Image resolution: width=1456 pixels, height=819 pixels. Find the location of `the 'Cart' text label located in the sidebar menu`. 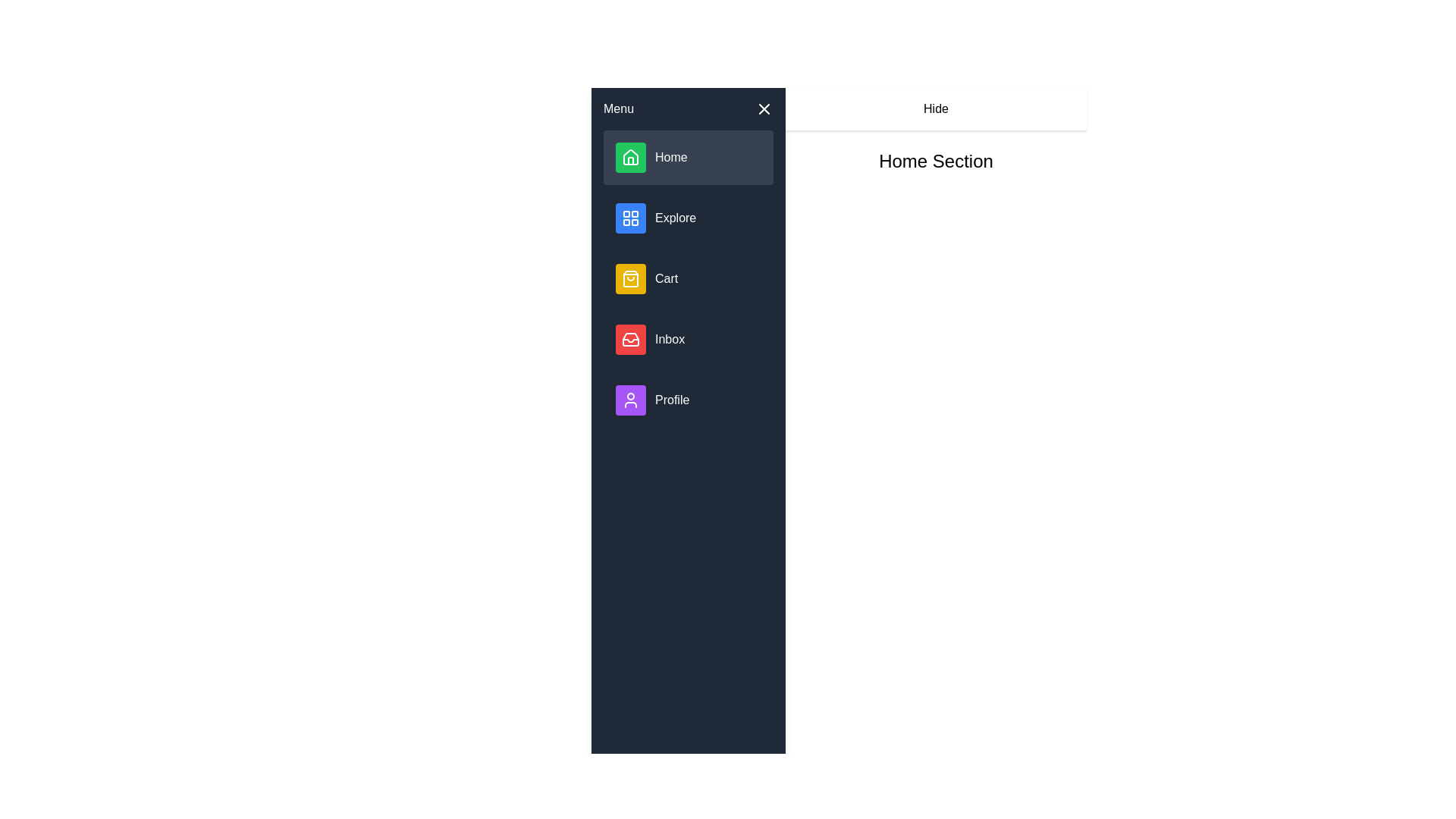

the 'Cart' text label located in the sidebar menu is located at coordinates (667, 278).